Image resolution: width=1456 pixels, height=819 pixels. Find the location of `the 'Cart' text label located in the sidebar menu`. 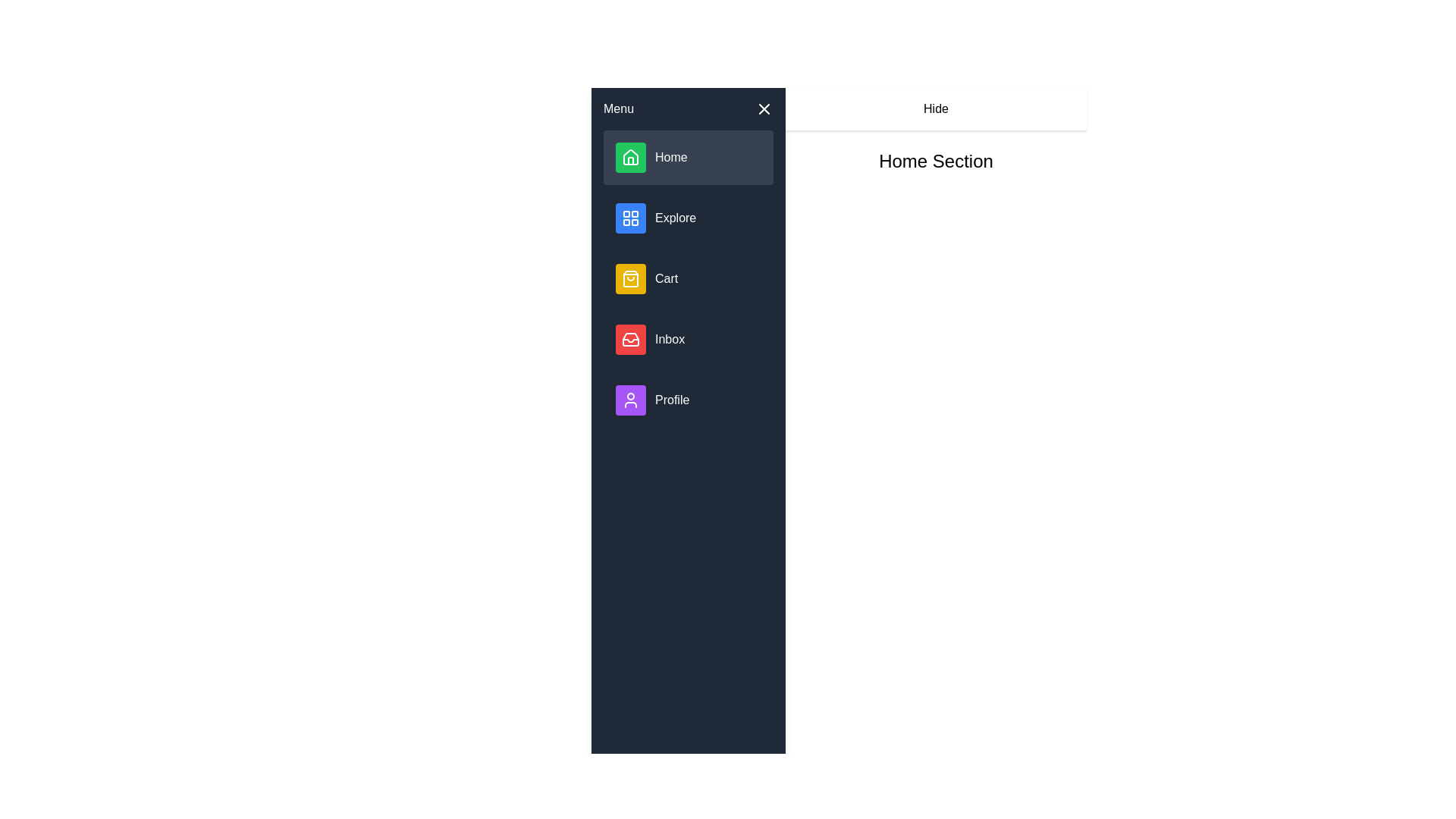

the 'Cart' text label located in the sidebar menu is located at coordinates (667, 278).